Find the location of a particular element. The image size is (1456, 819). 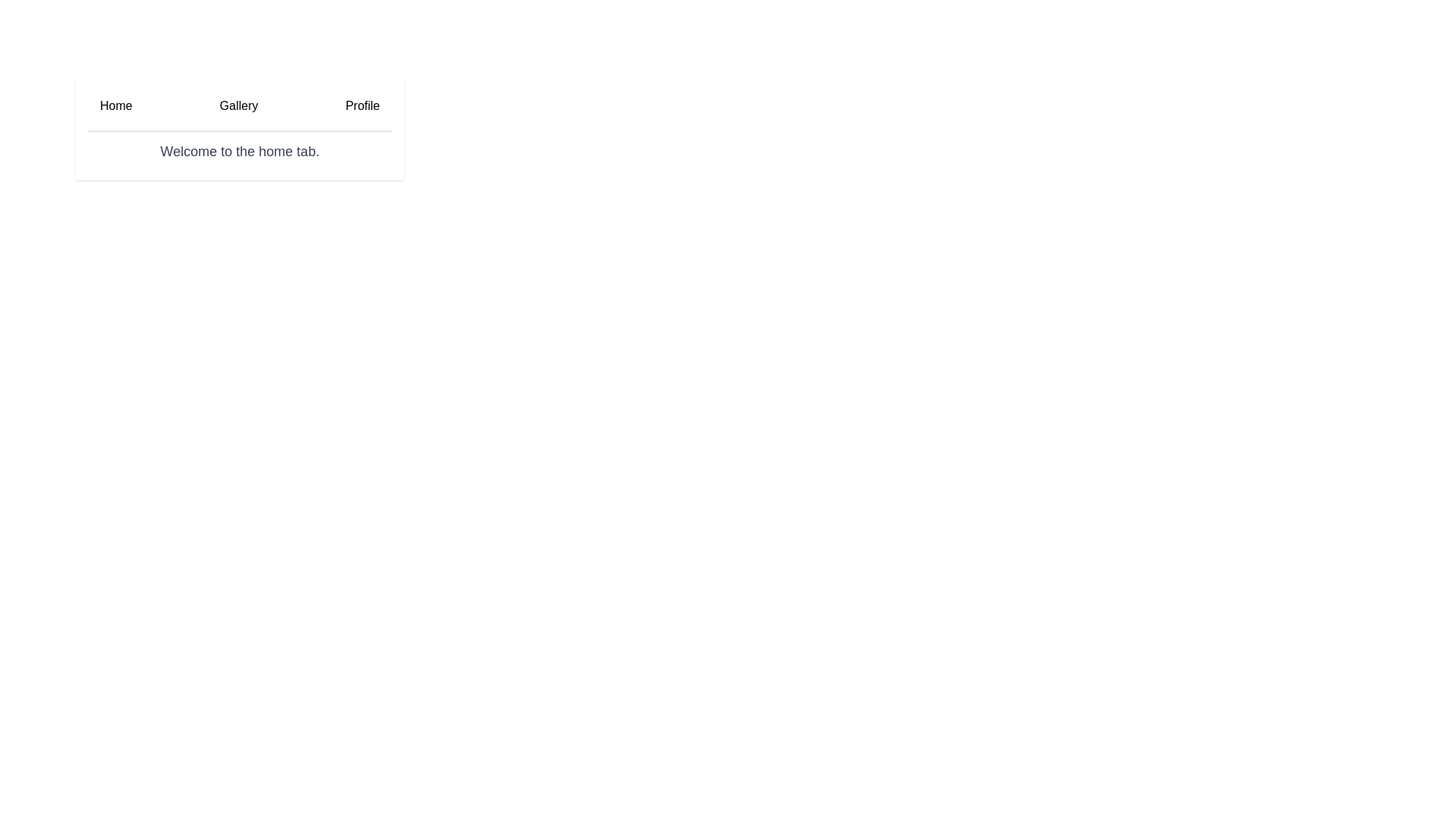

the Profile tab is located at coordinates (362, 110).